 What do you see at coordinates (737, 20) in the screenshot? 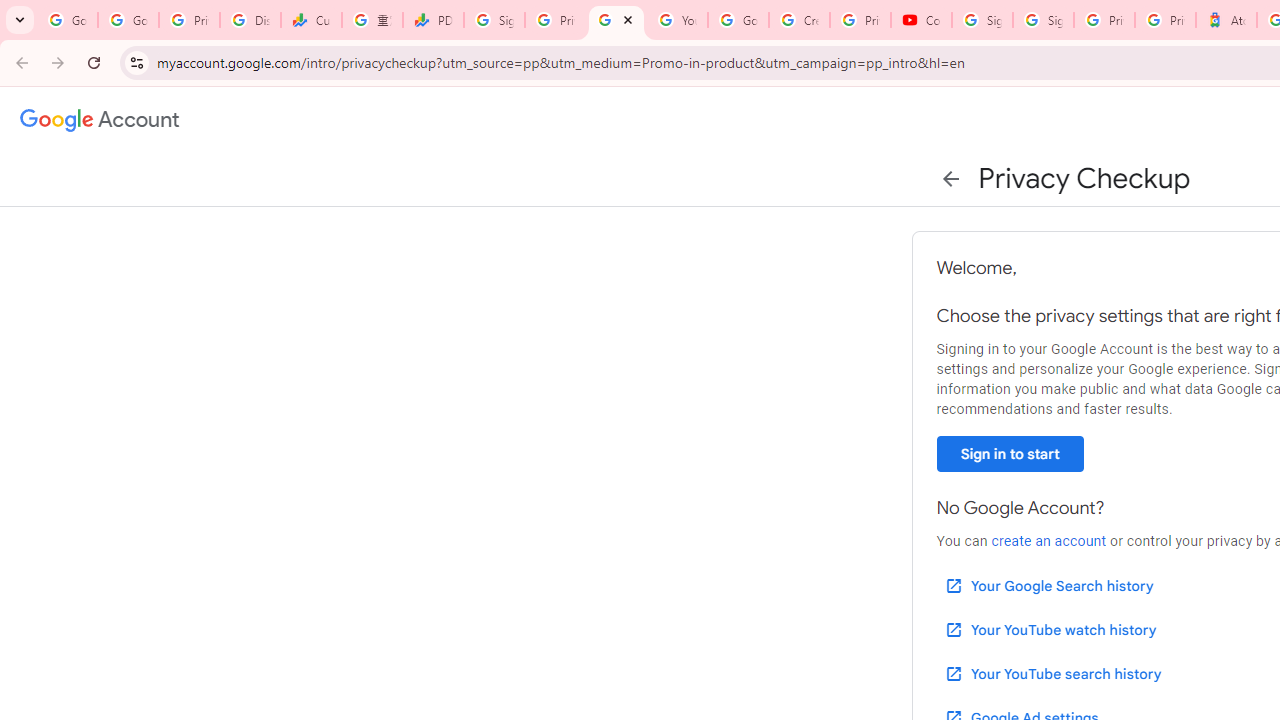
I see `'Google Account Help'` at bounding box center [737, 20].